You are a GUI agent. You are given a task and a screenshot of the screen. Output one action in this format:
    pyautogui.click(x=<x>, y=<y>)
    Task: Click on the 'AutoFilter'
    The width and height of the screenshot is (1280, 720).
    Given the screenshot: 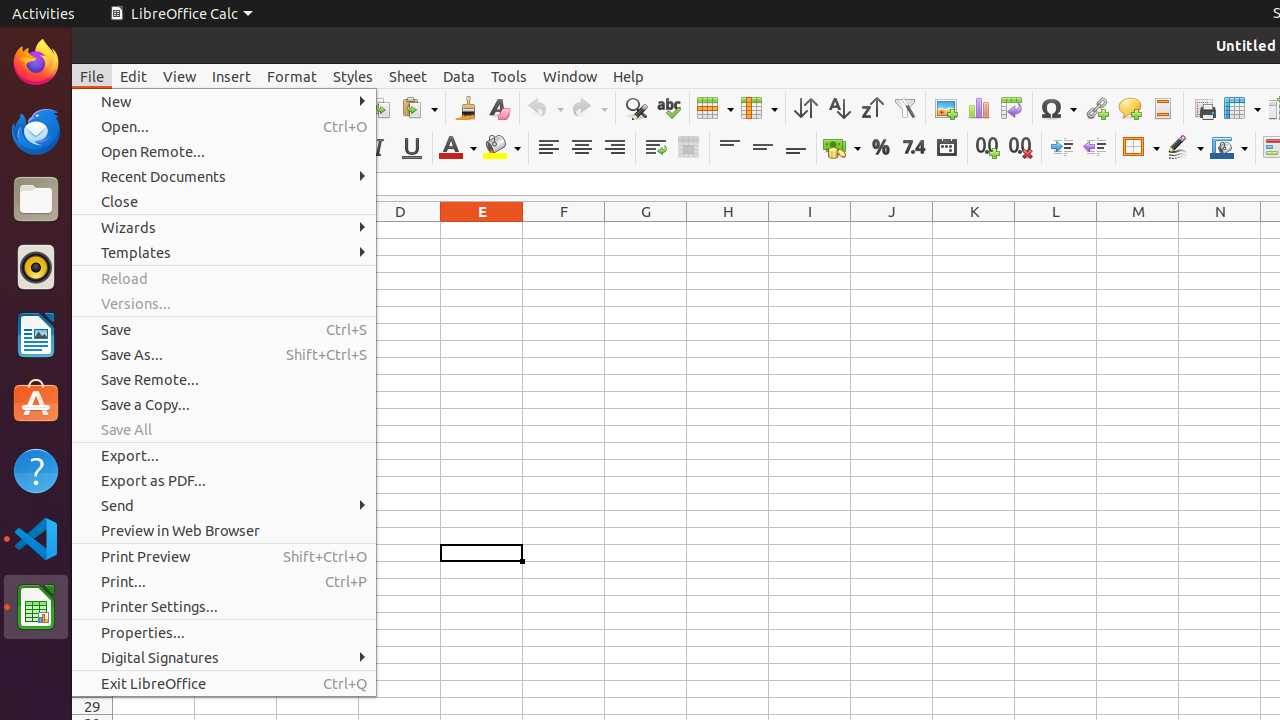 What is the action you would take?
    pyautogui.click(x=903, y=108)
    